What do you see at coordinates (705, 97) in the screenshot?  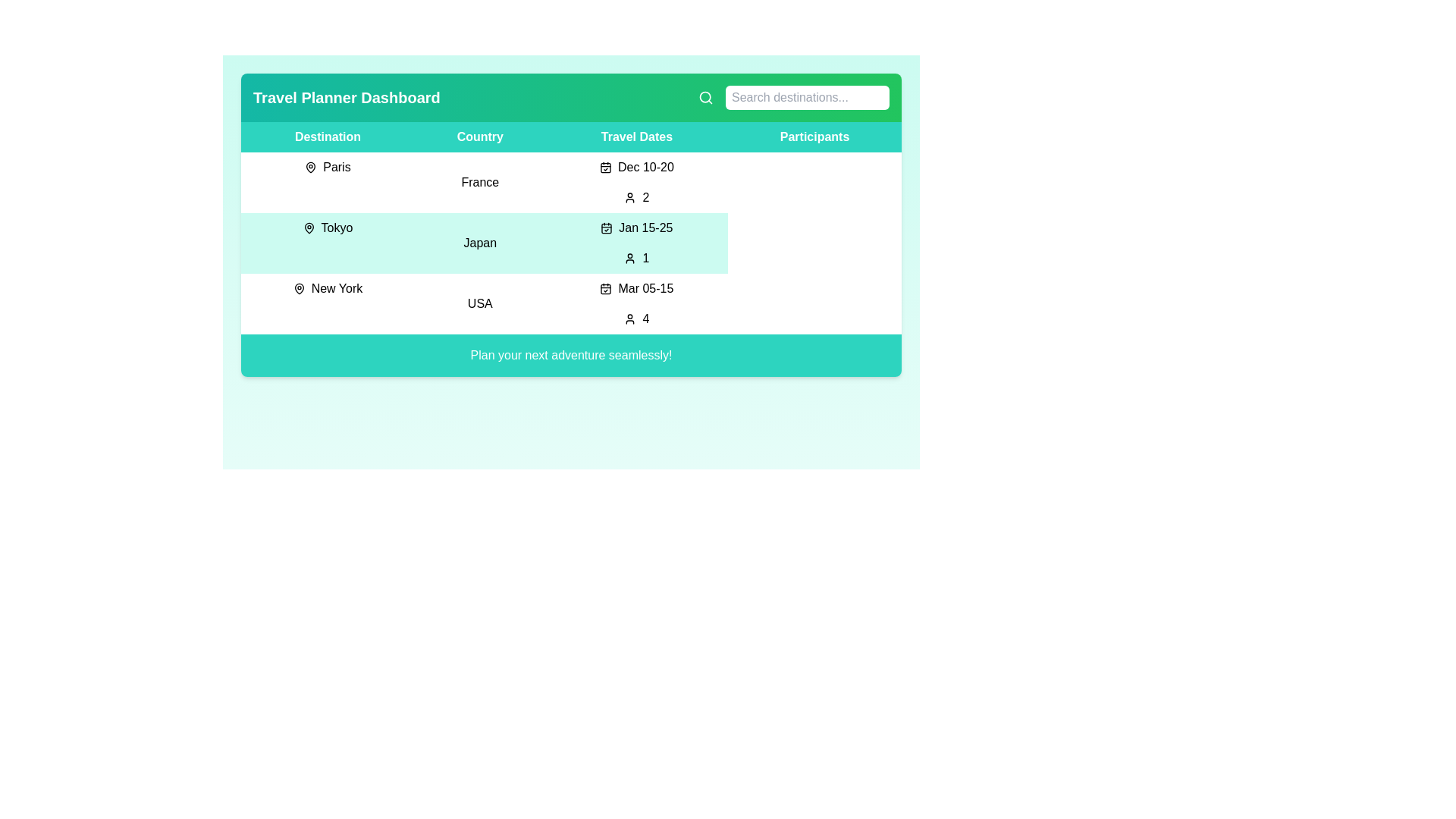 I see `the search icon located at the far left of the header bar` at bounding box center [705, 97].